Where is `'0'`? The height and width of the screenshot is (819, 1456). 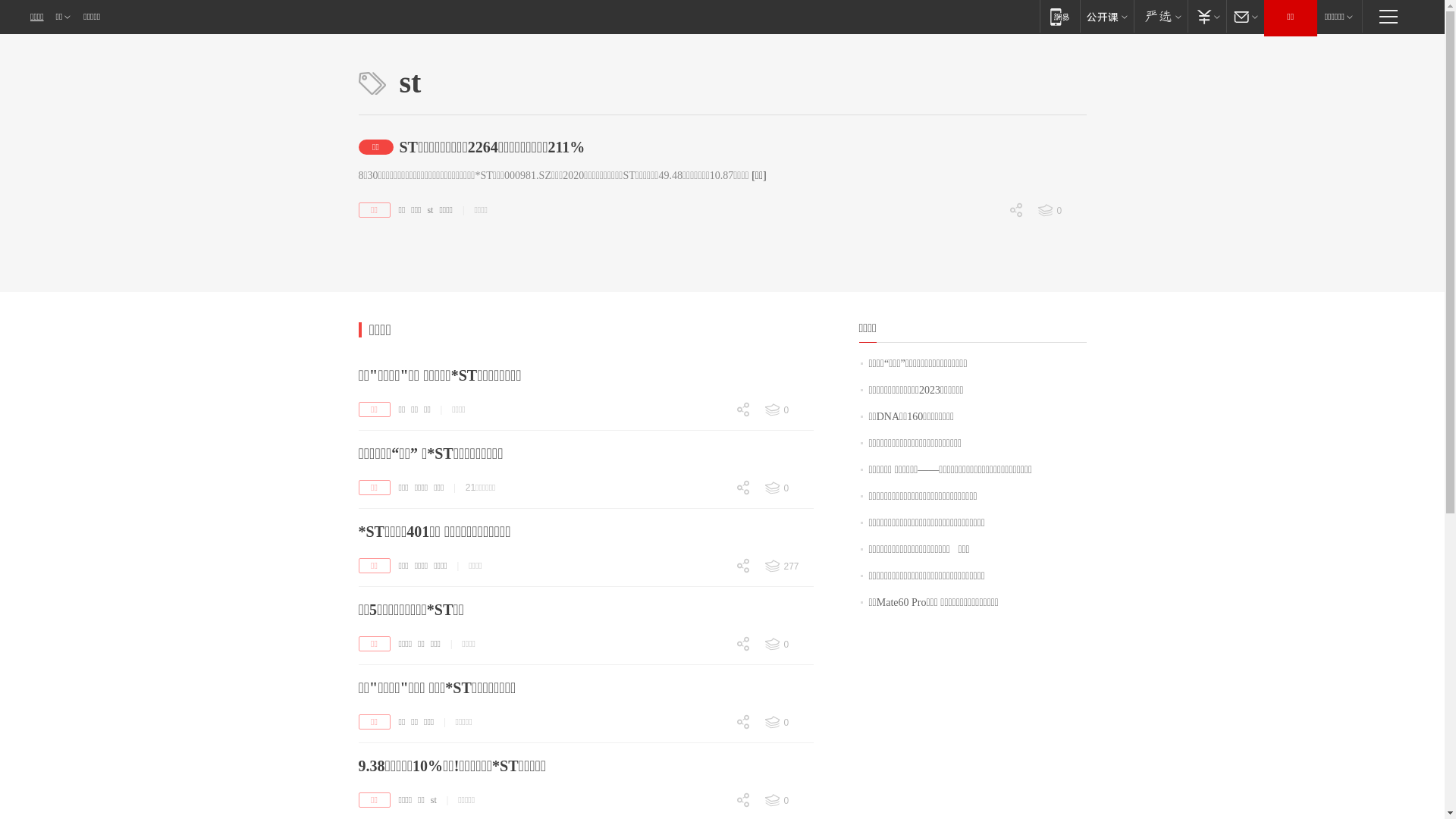
'0' is located at coordinates (712, 593).